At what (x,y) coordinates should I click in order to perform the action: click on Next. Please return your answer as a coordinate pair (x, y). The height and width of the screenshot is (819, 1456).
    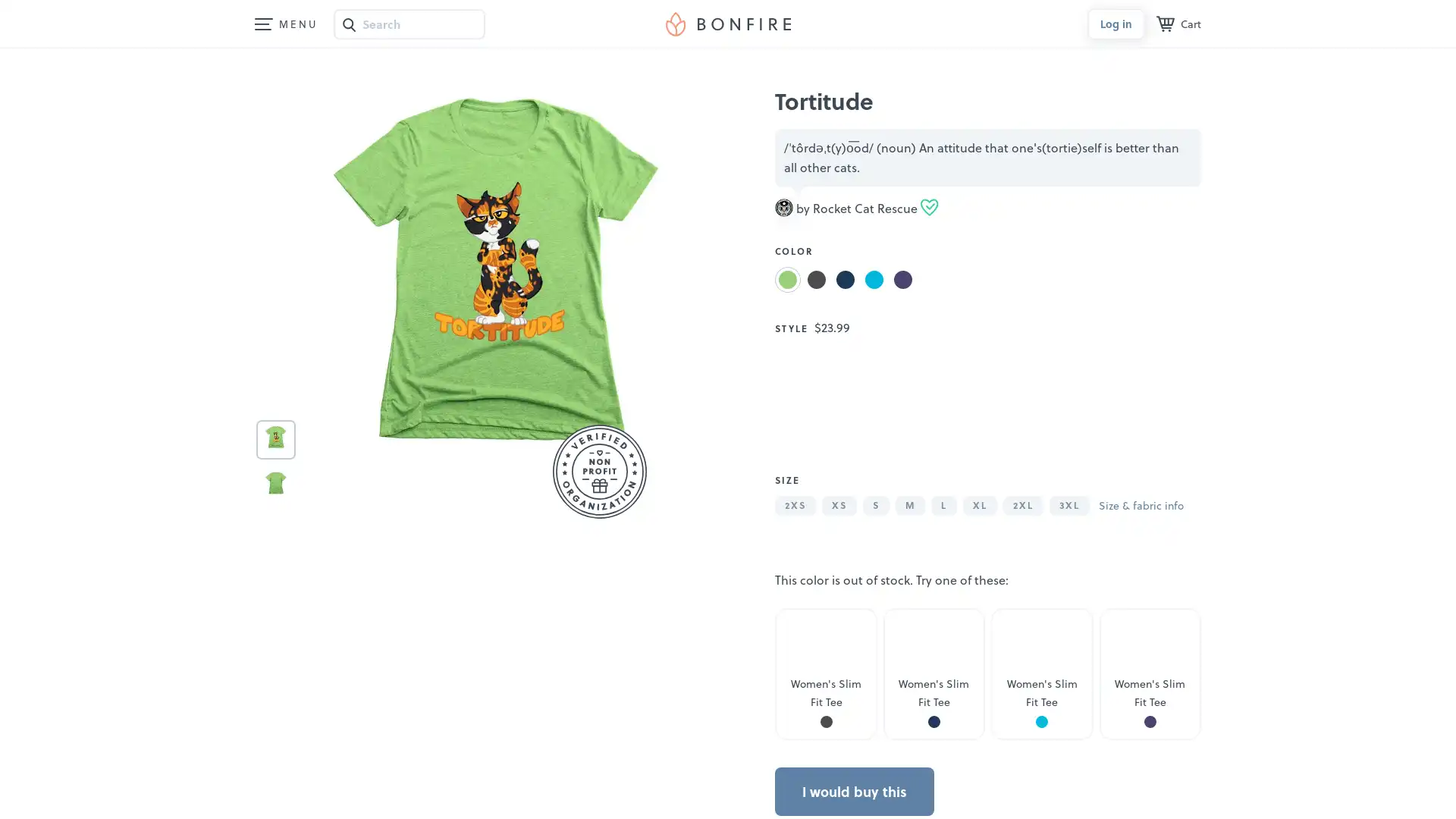
    Looking at the image, I should click on (1169, 406).